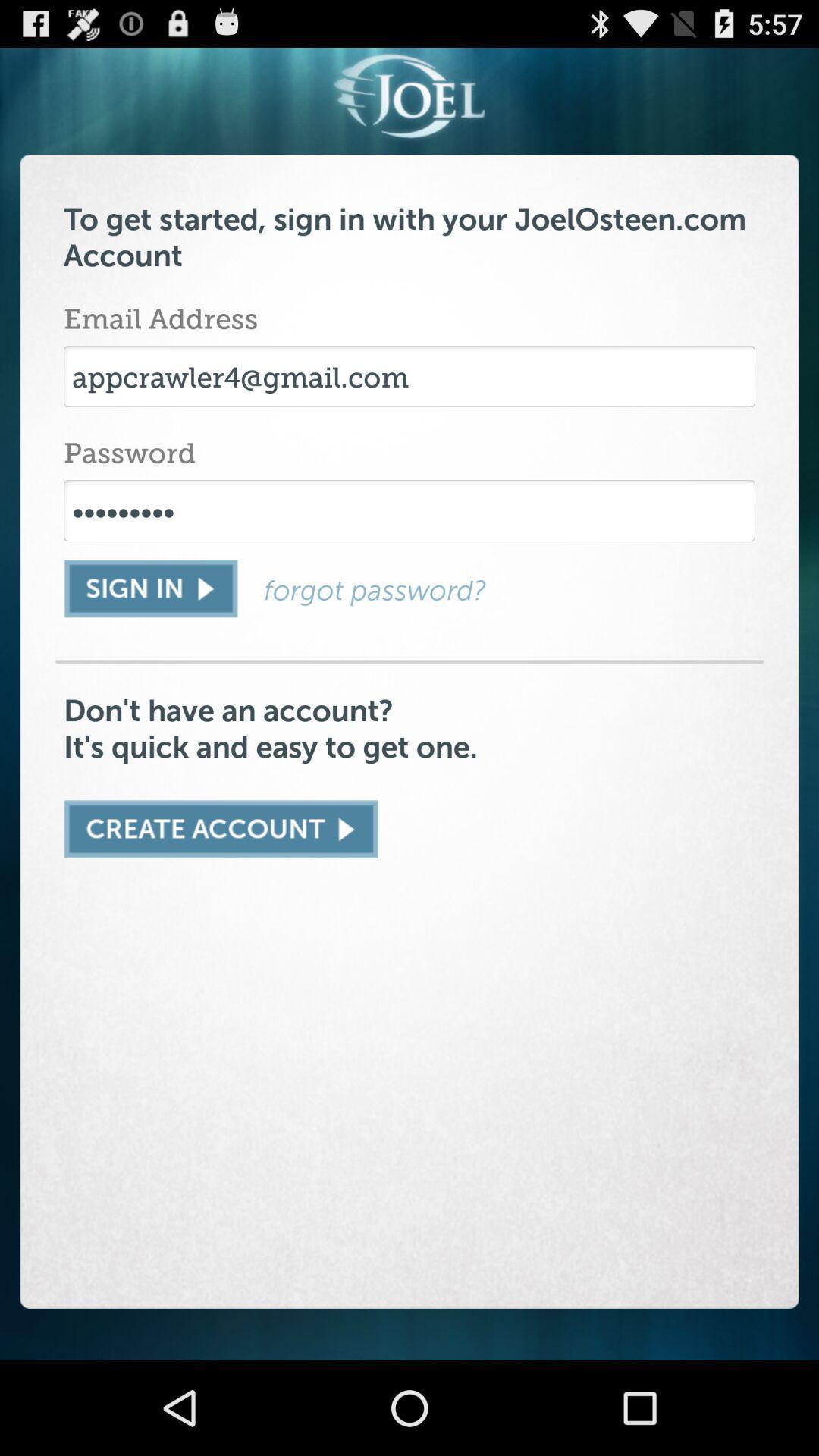  Describe the element at coordinates (409, 510) in the screenshot. I see `crowd3116 icon` at that location.